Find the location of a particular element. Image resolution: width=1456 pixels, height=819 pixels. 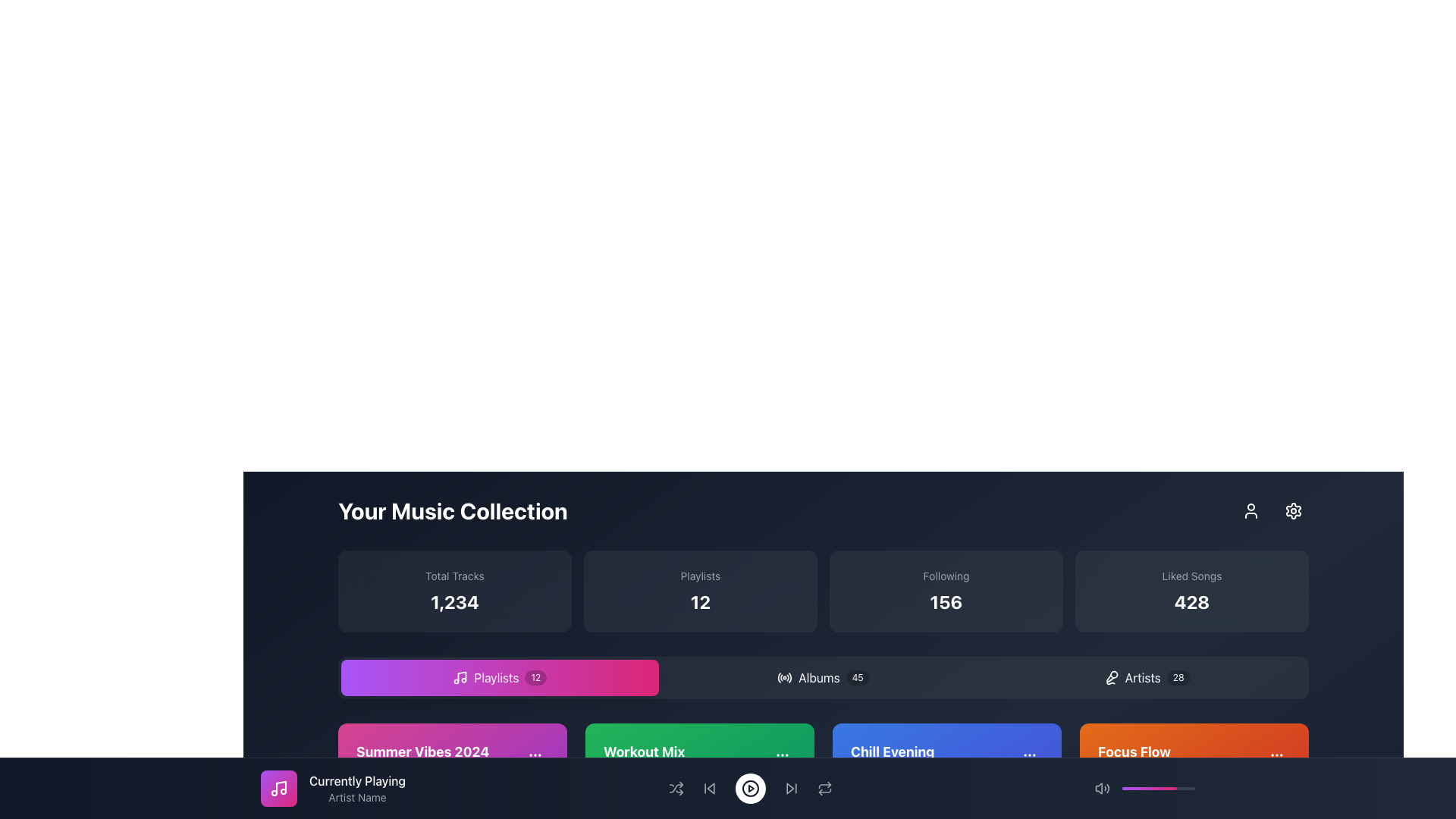

the Display badge, which is a rounded rectangle badge with a semi-transparent black background and white text displaying the number '12', located to the right of the 'Playlists' section is located at coordinates (535, 677).